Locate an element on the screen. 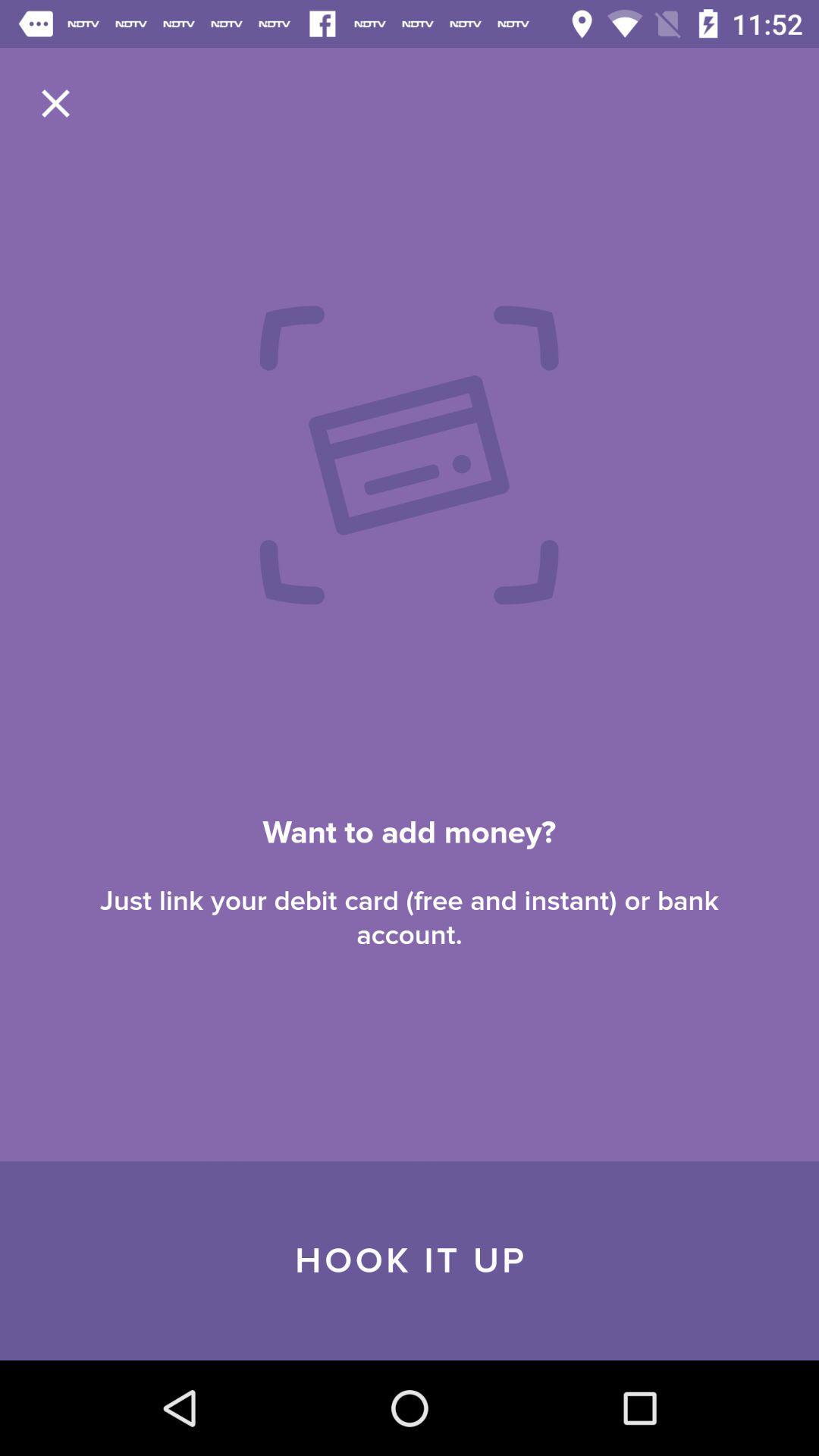  item at the top left corner is located at coordinates (55, 102).